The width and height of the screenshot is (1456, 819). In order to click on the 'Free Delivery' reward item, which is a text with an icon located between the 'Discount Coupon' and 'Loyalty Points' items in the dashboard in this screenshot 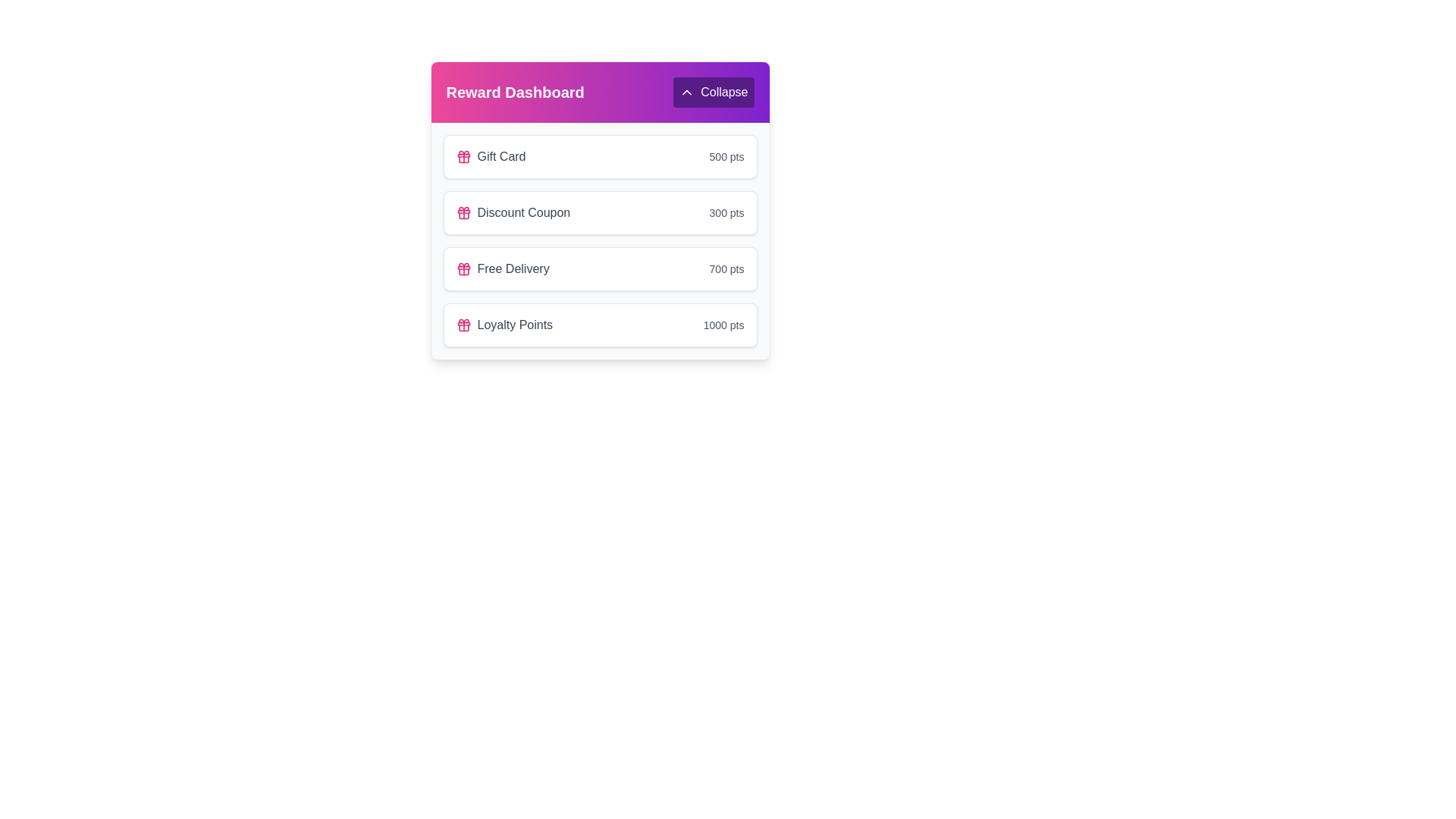, I will do `click(502, 268)`.